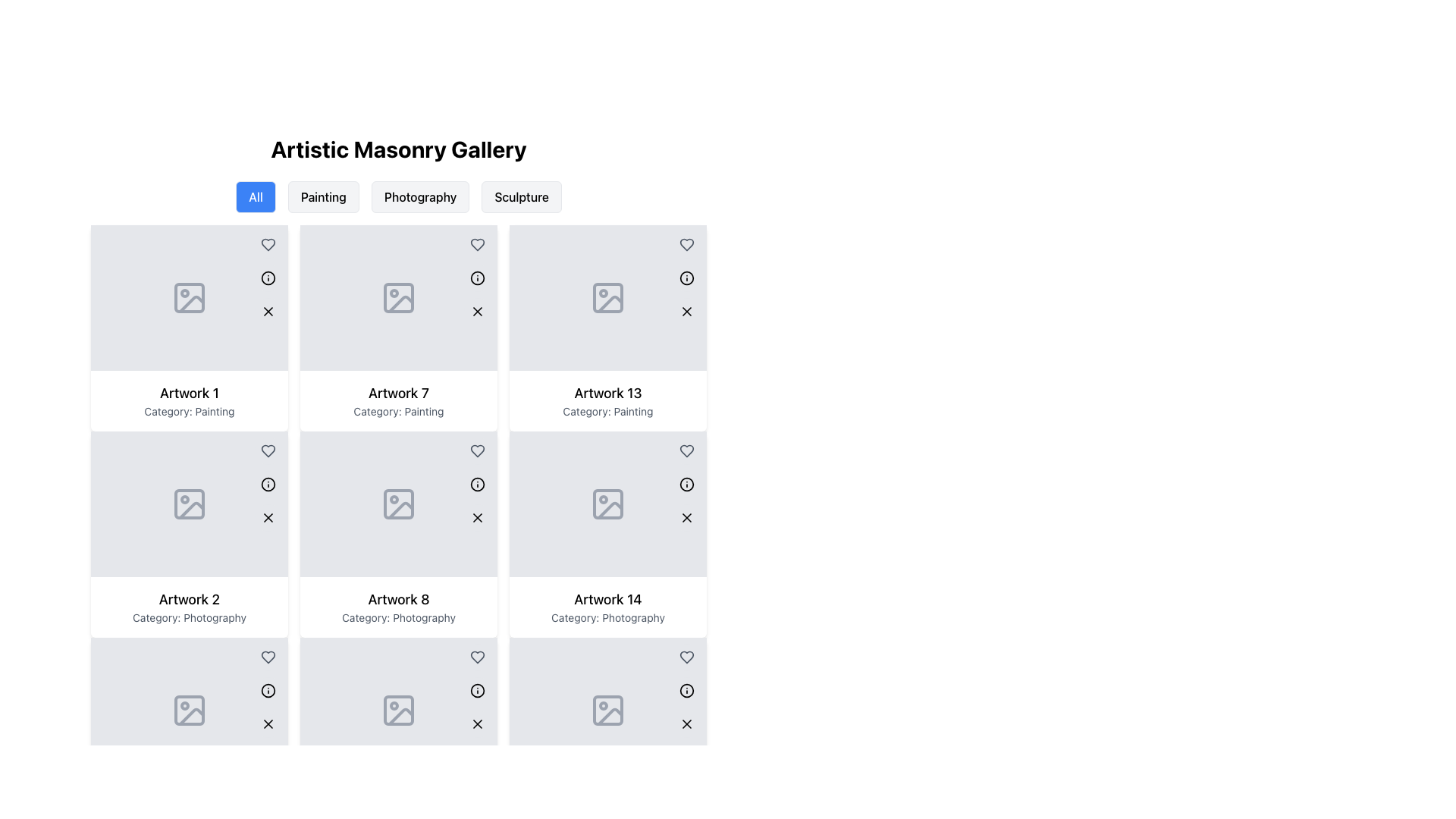 The height and width of the screenshot is (819, 1456). I want to click on the gray icon resembling an image placeholder, located inside the third cell of the first row in the grid layout labeled 'Category: Painting', so click(399, 298).